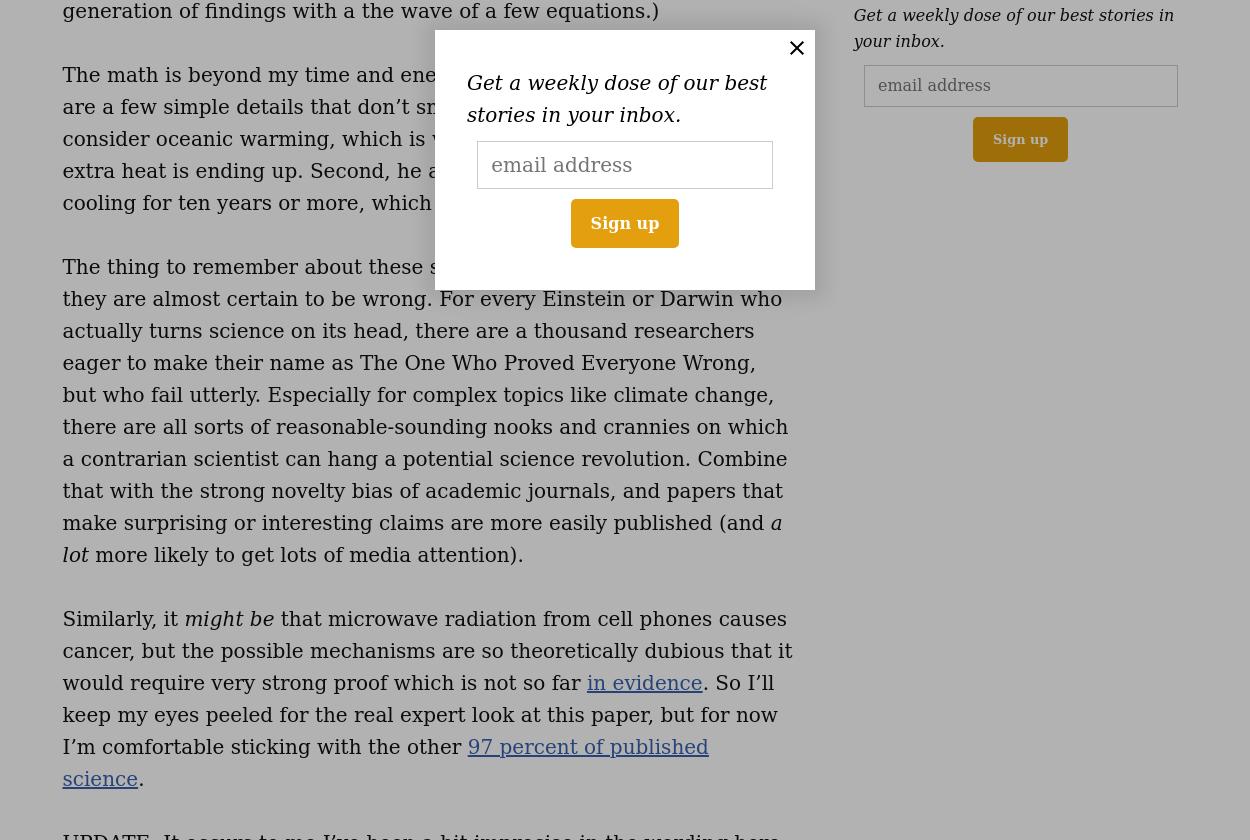 This screenshot has height=840, width=1250. What do you see at coordinates (305, 554) in the screenshot?
I see `'more likely to get lots of media attention).'` at bounding box center [305, 554].